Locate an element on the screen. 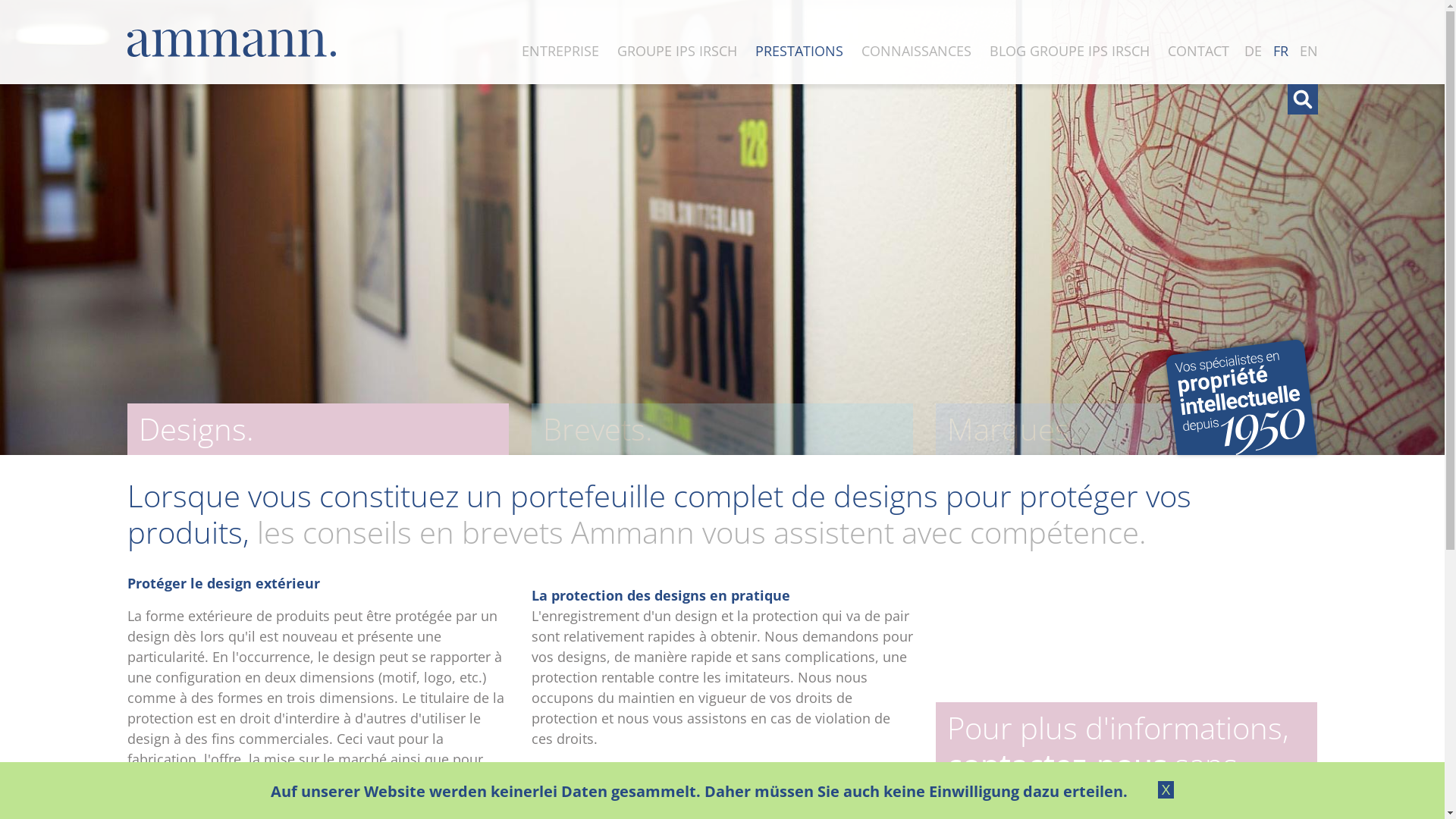  'Designs.' is located at coordinates (317, 429).